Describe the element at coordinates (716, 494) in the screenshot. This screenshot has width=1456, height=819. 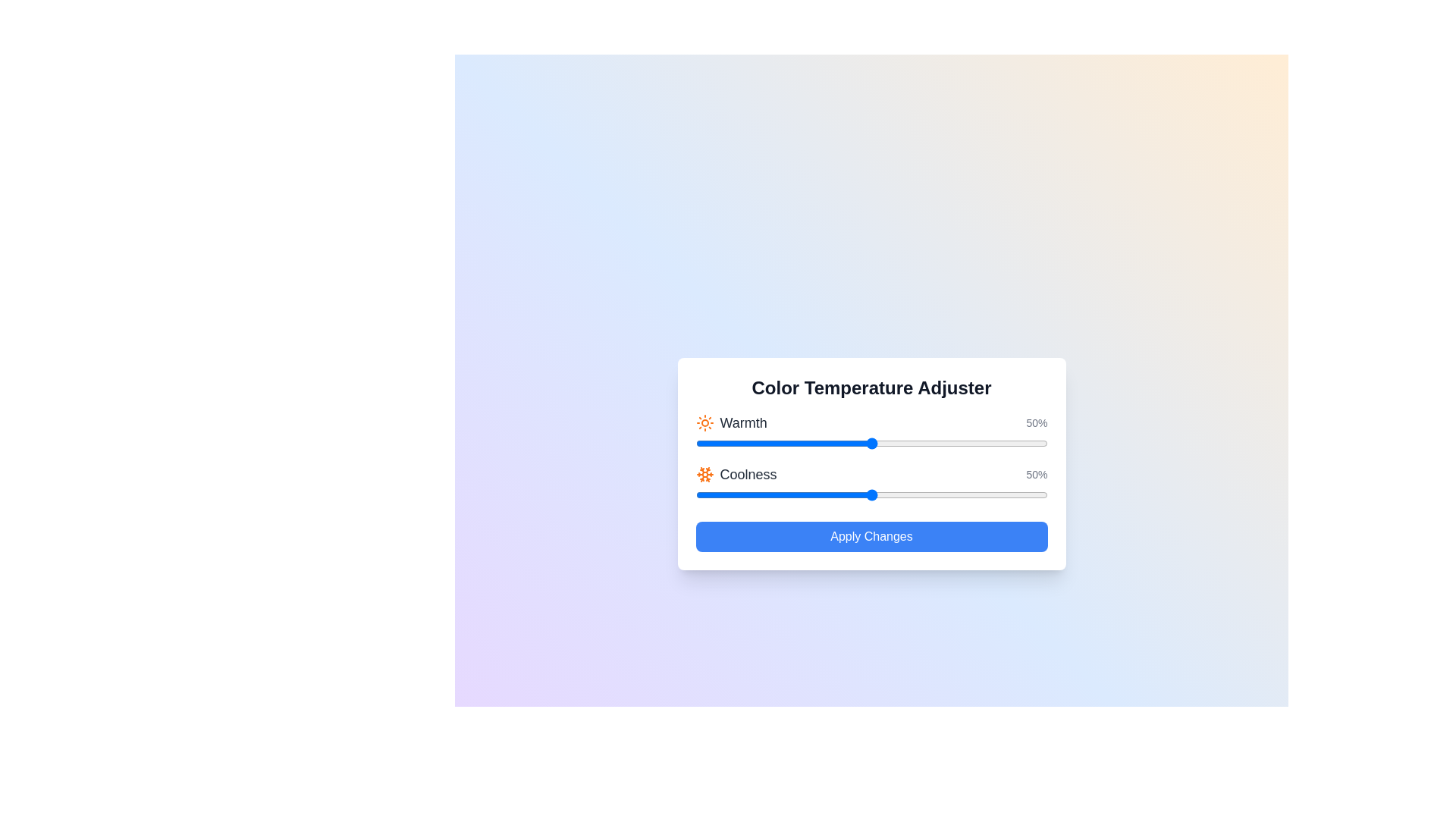
I see `the 'Coolness' slider to 6%` at that location.